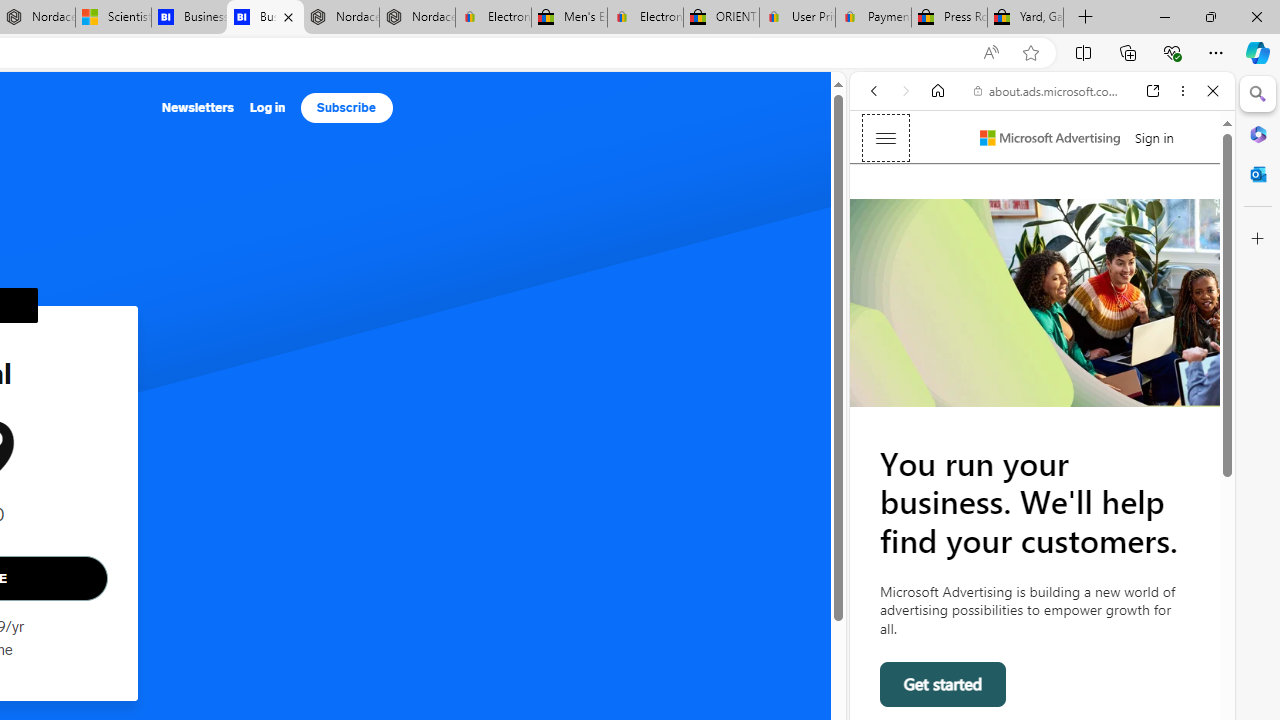 The width and height of the screenshot is (1280, 720). What do you see at coordinates (1257, 94) in the screenshot?
I see `'Minimize Search pane'` at bounding box center [1257, 94].